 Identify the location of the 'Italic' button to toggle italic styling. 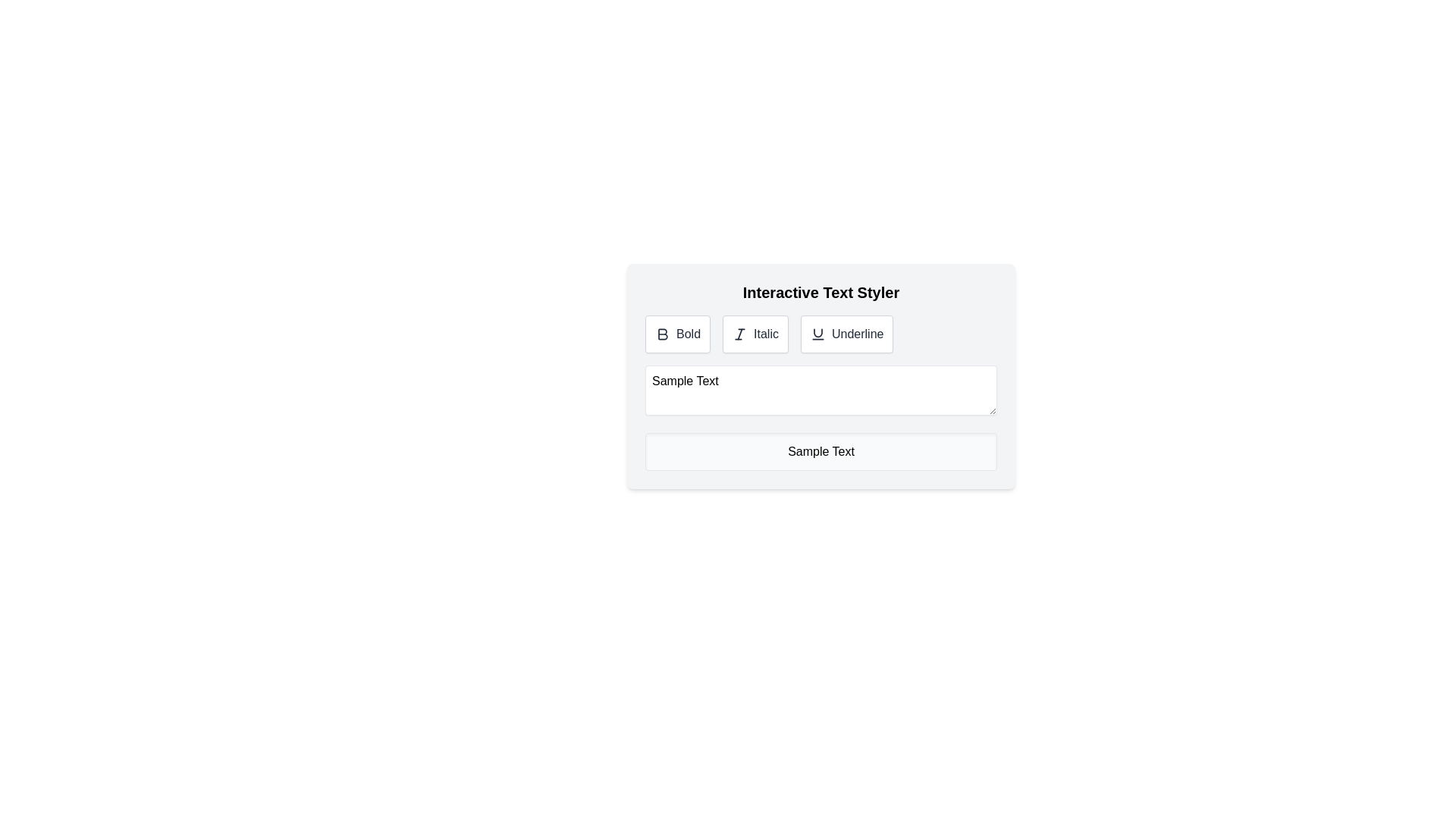
(755, 333).